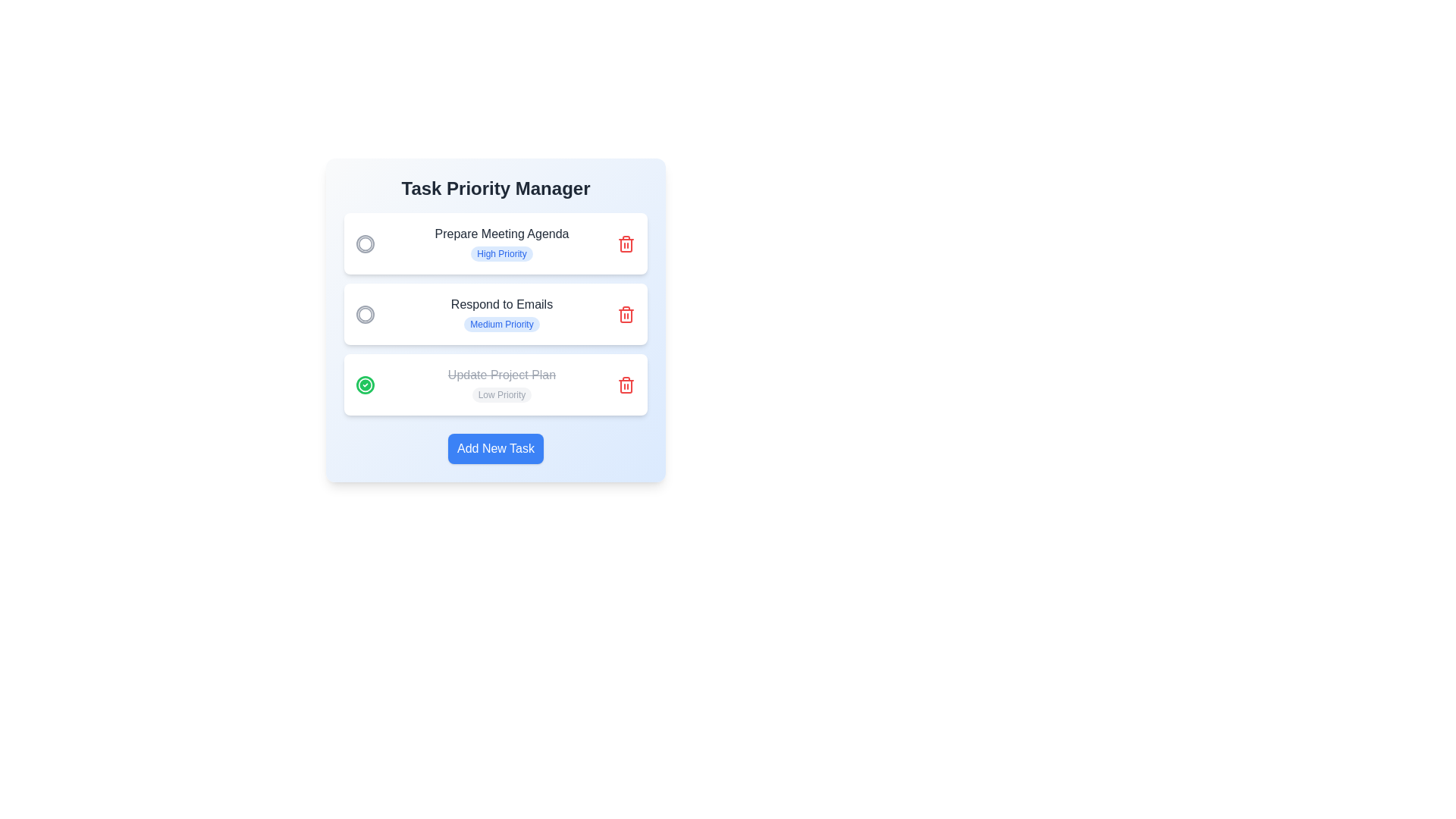 Image resolution: width=1456 pixels, height=819 pixels. I want to click on the title Text Label of the task management interface, which introduces the purpose of the displayed widget, so click(495, 188).